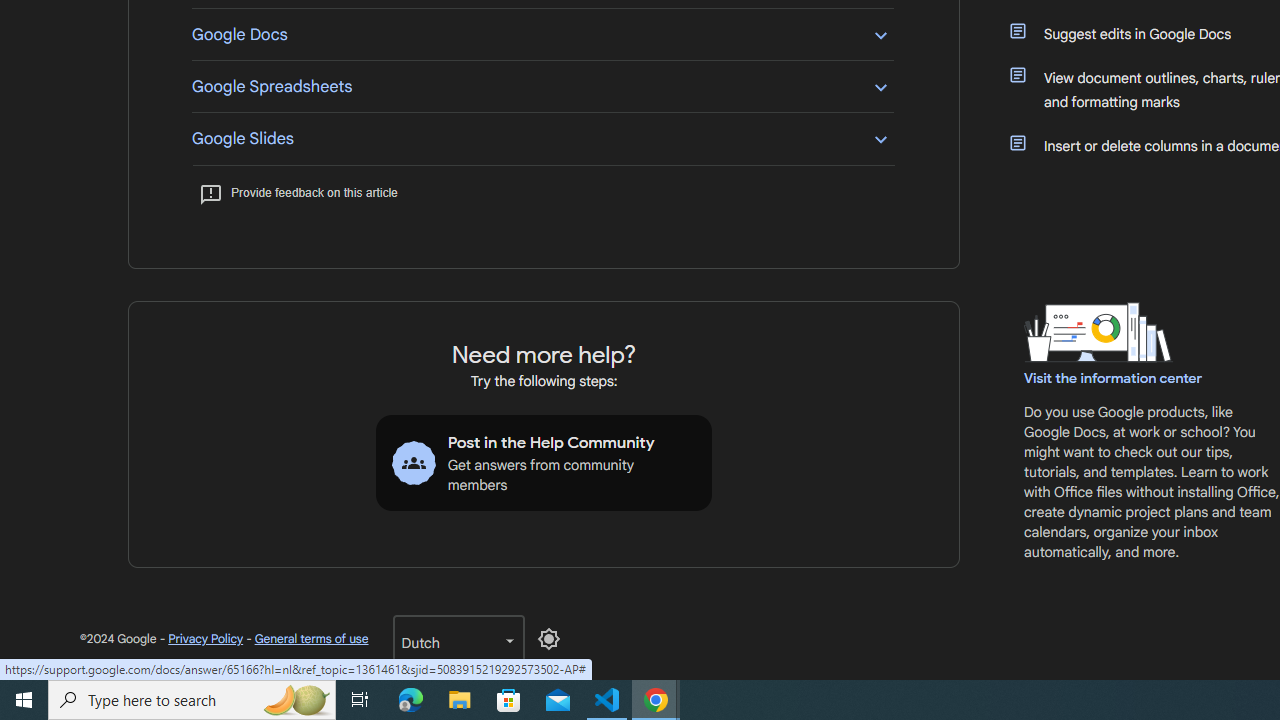 Image resolution: width=1280 pixels, height=720 pixels. I want to click on 'Visit the information center', so click(1112, 378).